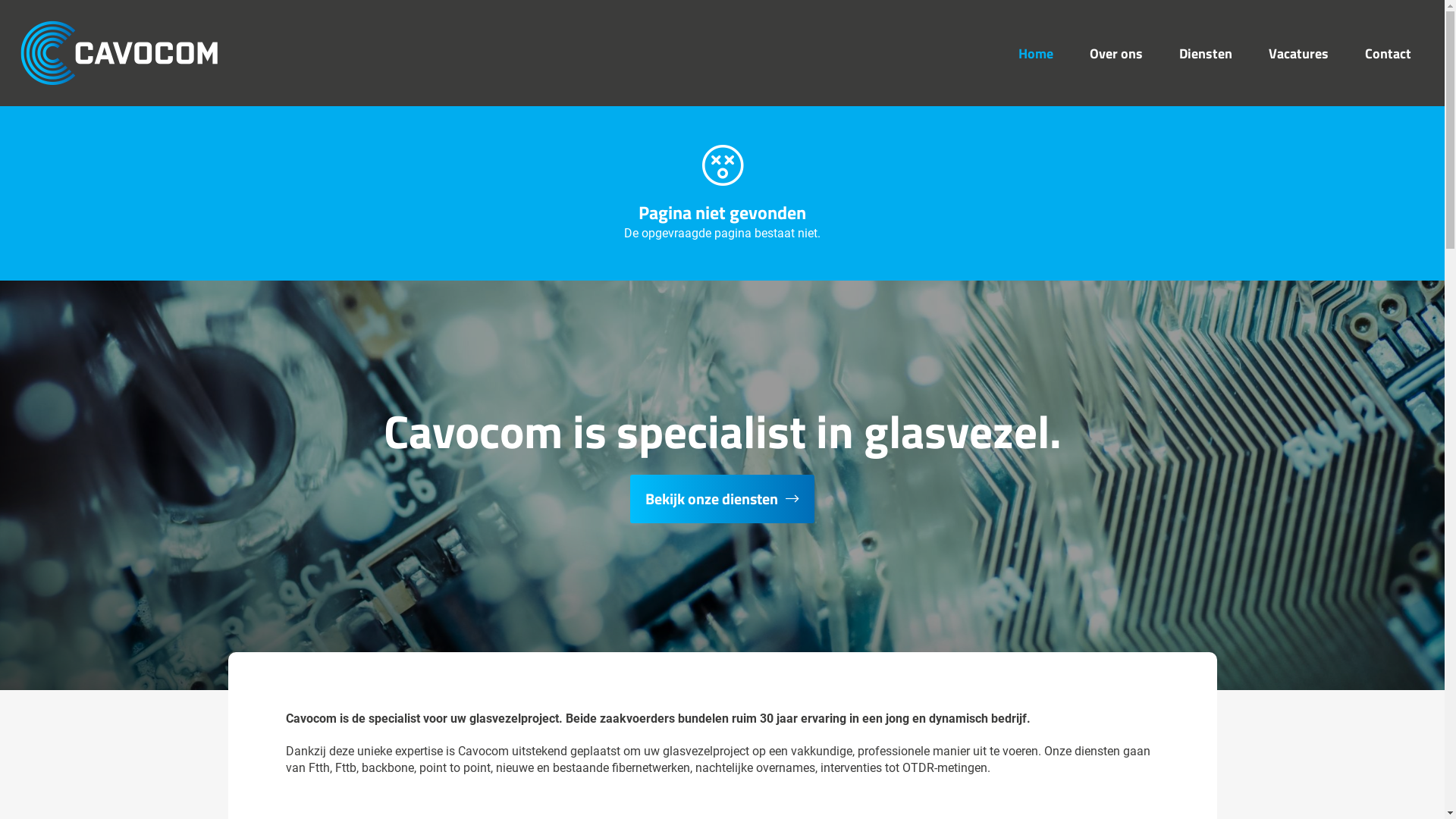 The width and height of the screenshot is (1456, 819). What do you see at coordinates (1035, 52) in the screenshot?
I see `'Home'` at bounding box center [1035, 52].